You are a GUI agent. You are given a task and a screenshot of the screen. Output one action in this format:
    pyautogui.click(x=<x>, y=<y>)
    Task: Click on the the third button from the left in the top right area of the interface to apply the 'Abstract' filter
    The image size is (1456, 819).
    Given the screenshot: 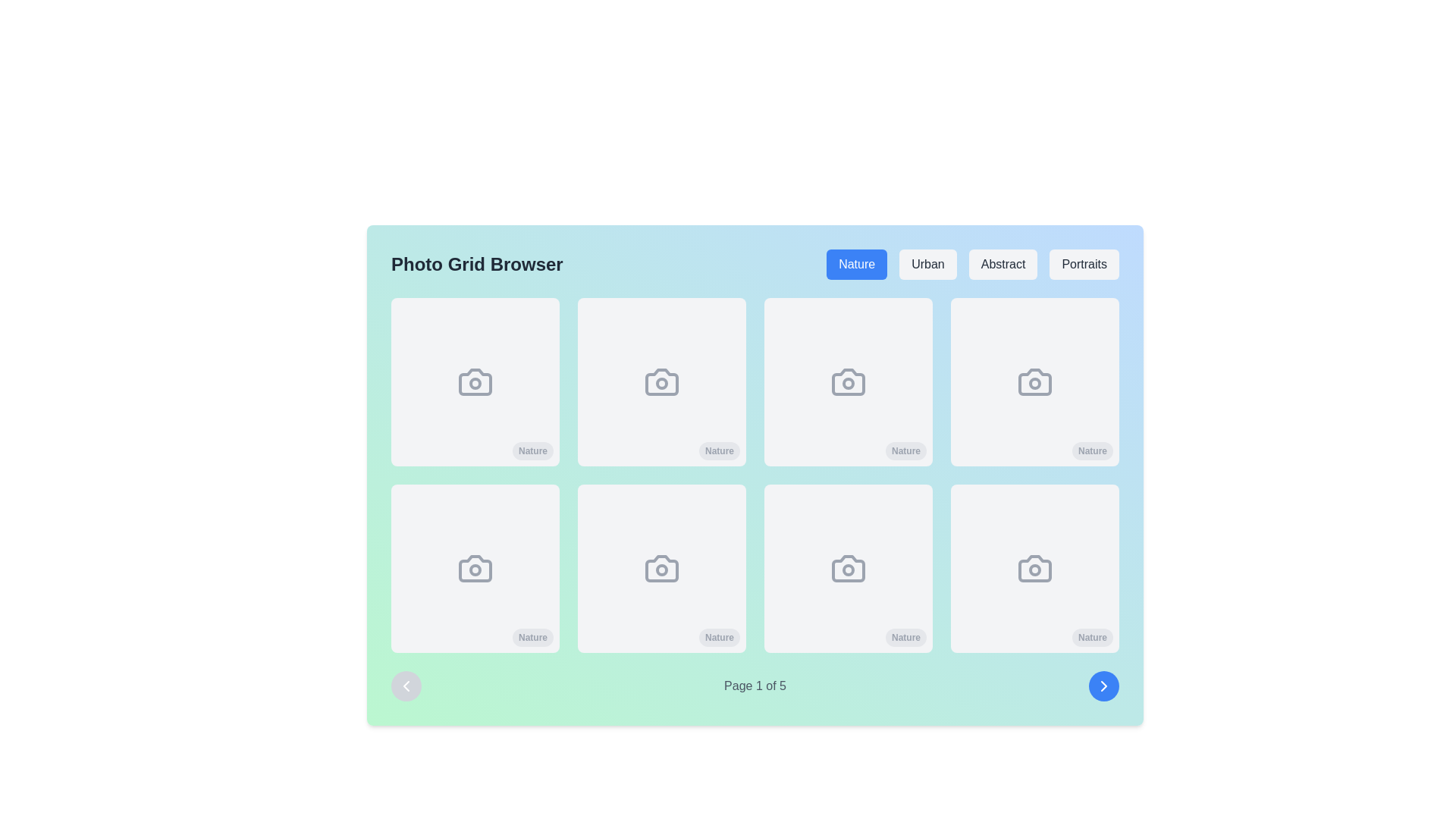 What is the action you would take?
    pyautogui.click(x=1003, y=263)
    